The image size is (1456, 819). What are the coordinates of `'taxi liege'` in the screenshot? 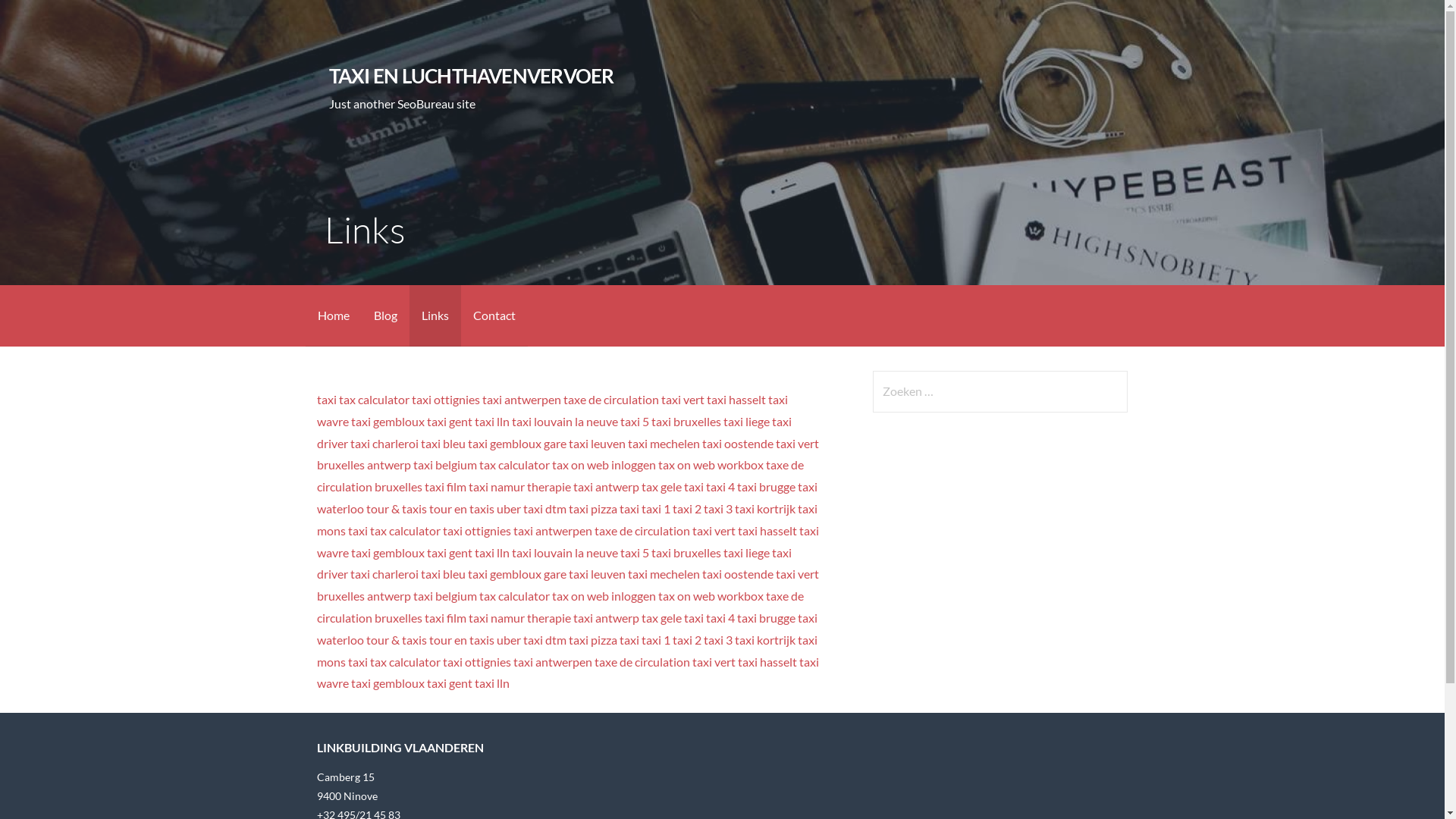 It's located at (746, 421).